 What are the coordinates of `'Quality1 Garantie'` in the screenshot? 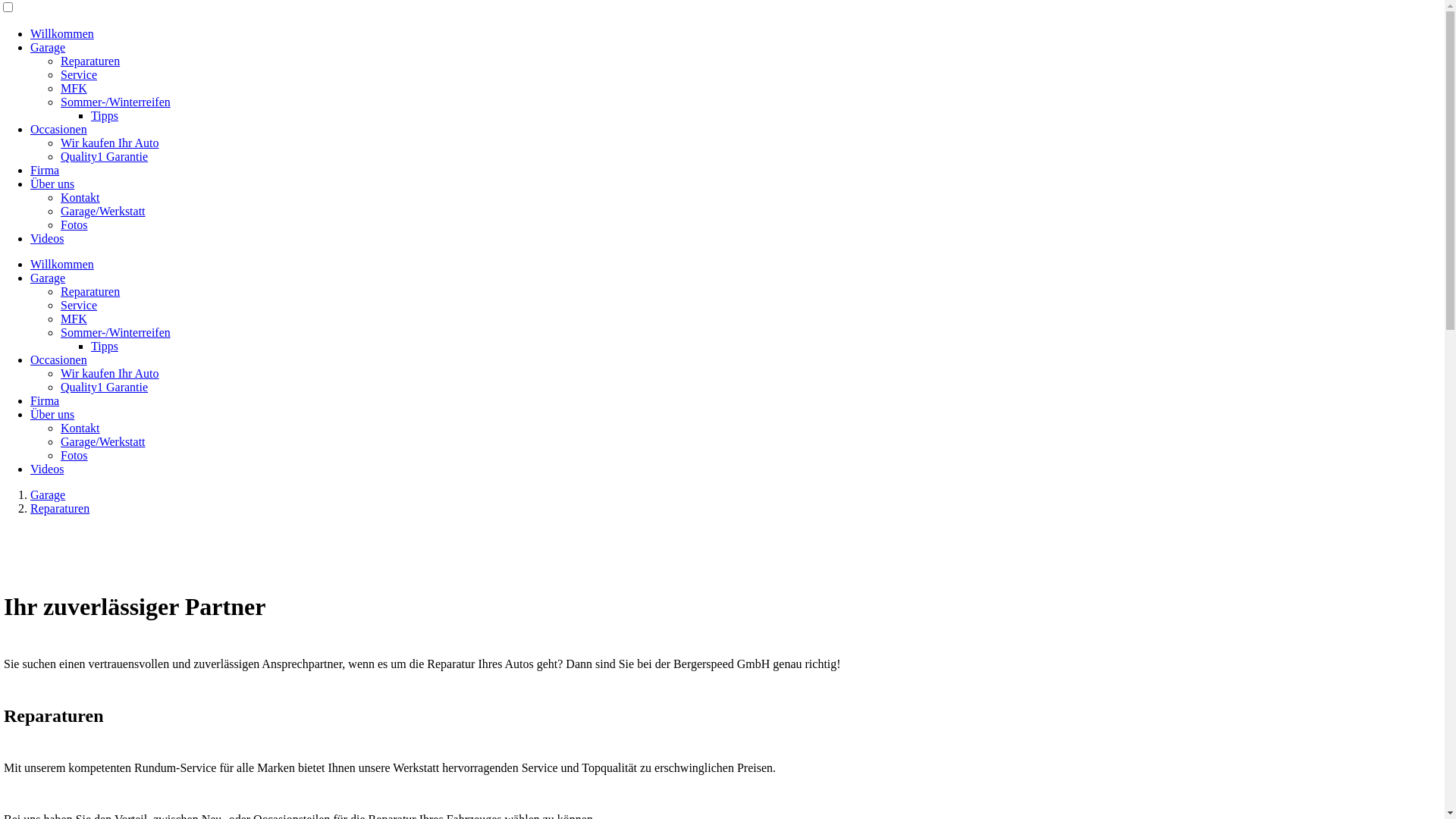 It's located at (103, 156).